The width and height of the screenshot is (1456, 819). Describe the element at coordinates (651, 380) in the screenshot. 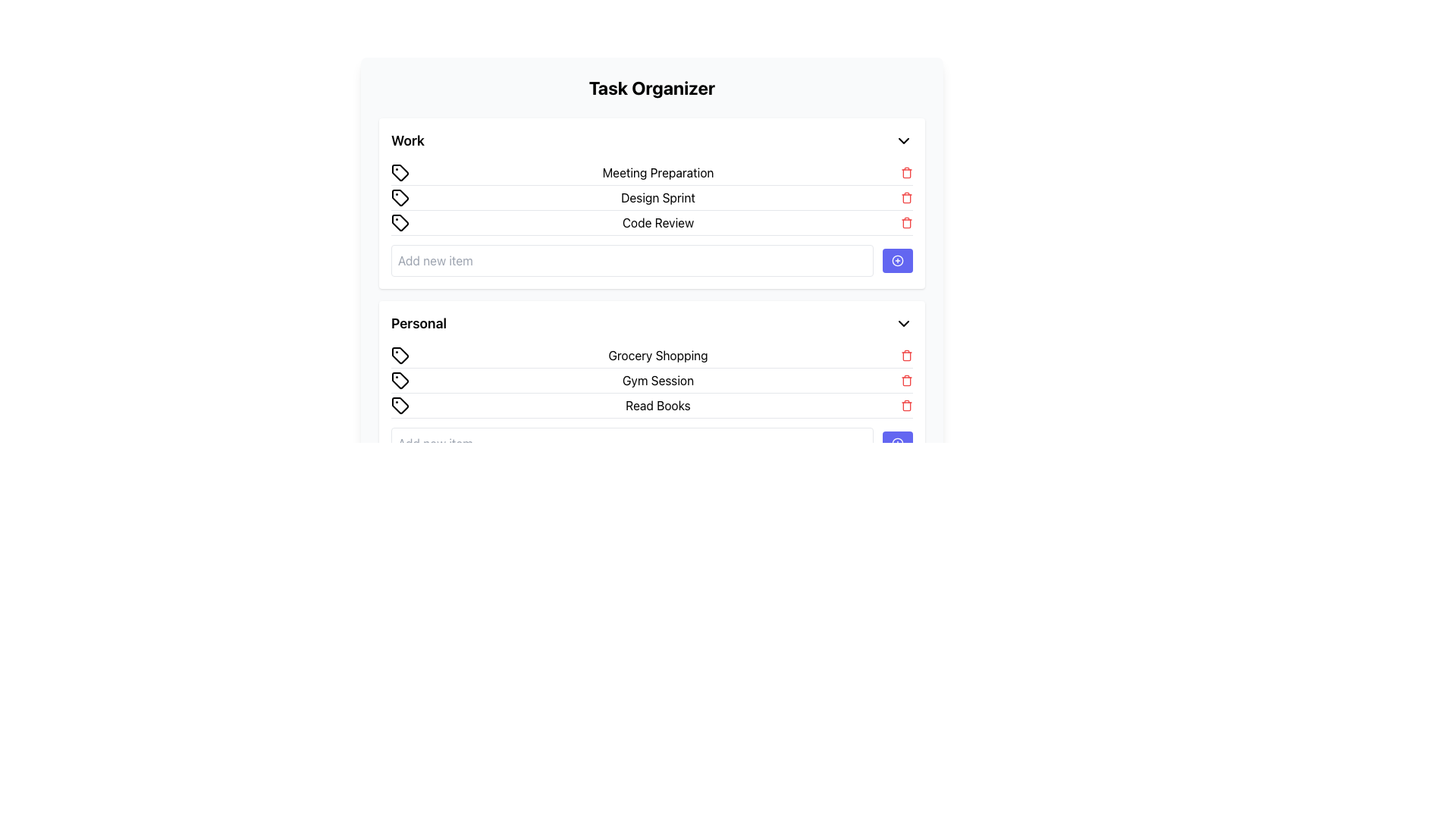

I see `the 'Gym Session' task item in the 'Personal' category` at that location.